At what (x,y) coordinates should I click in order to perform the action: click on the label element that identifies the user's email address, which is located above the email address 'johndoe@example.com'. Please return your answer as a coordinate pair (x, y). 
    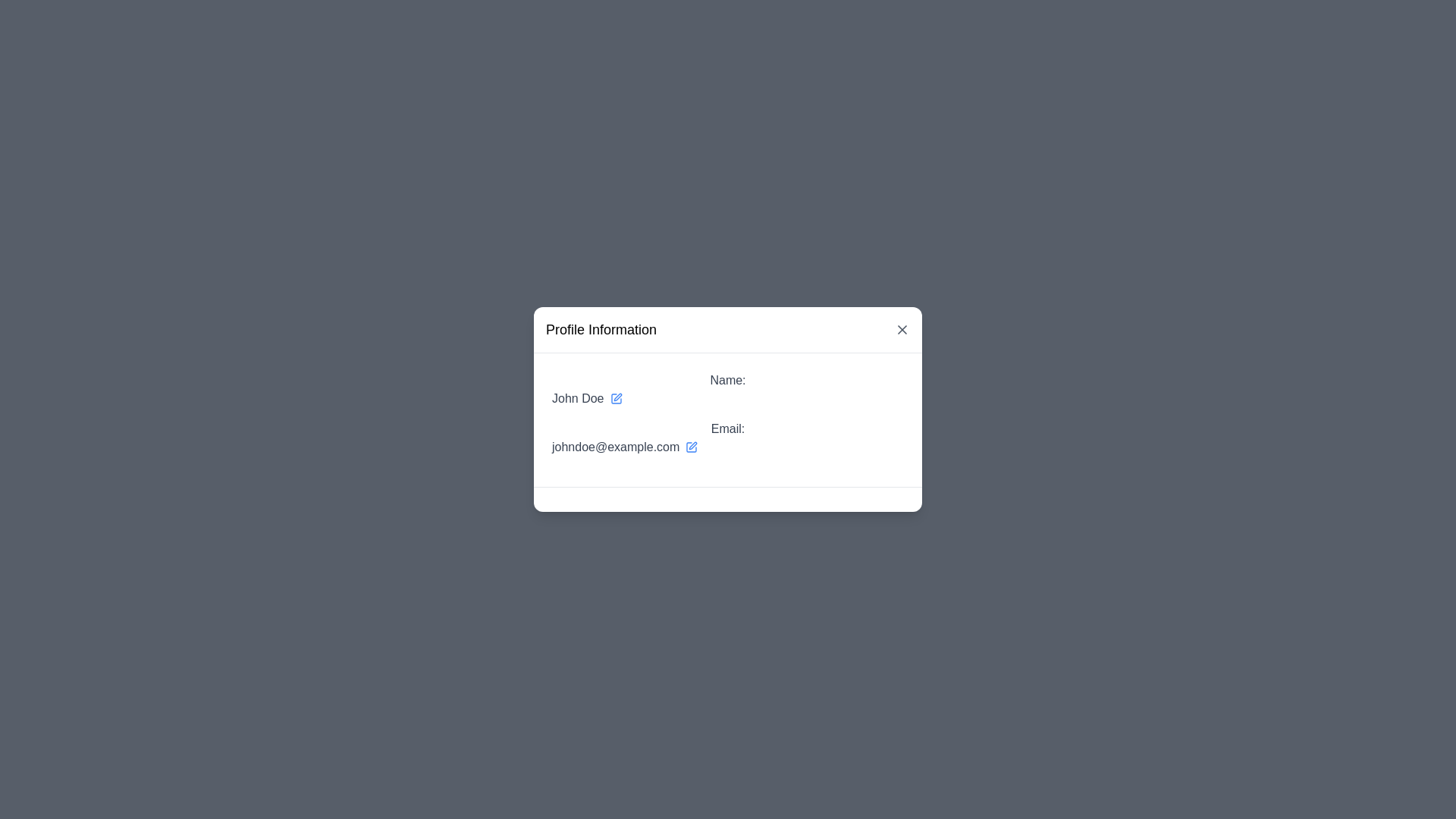
    Looking at the image, I should click on (728, 429).